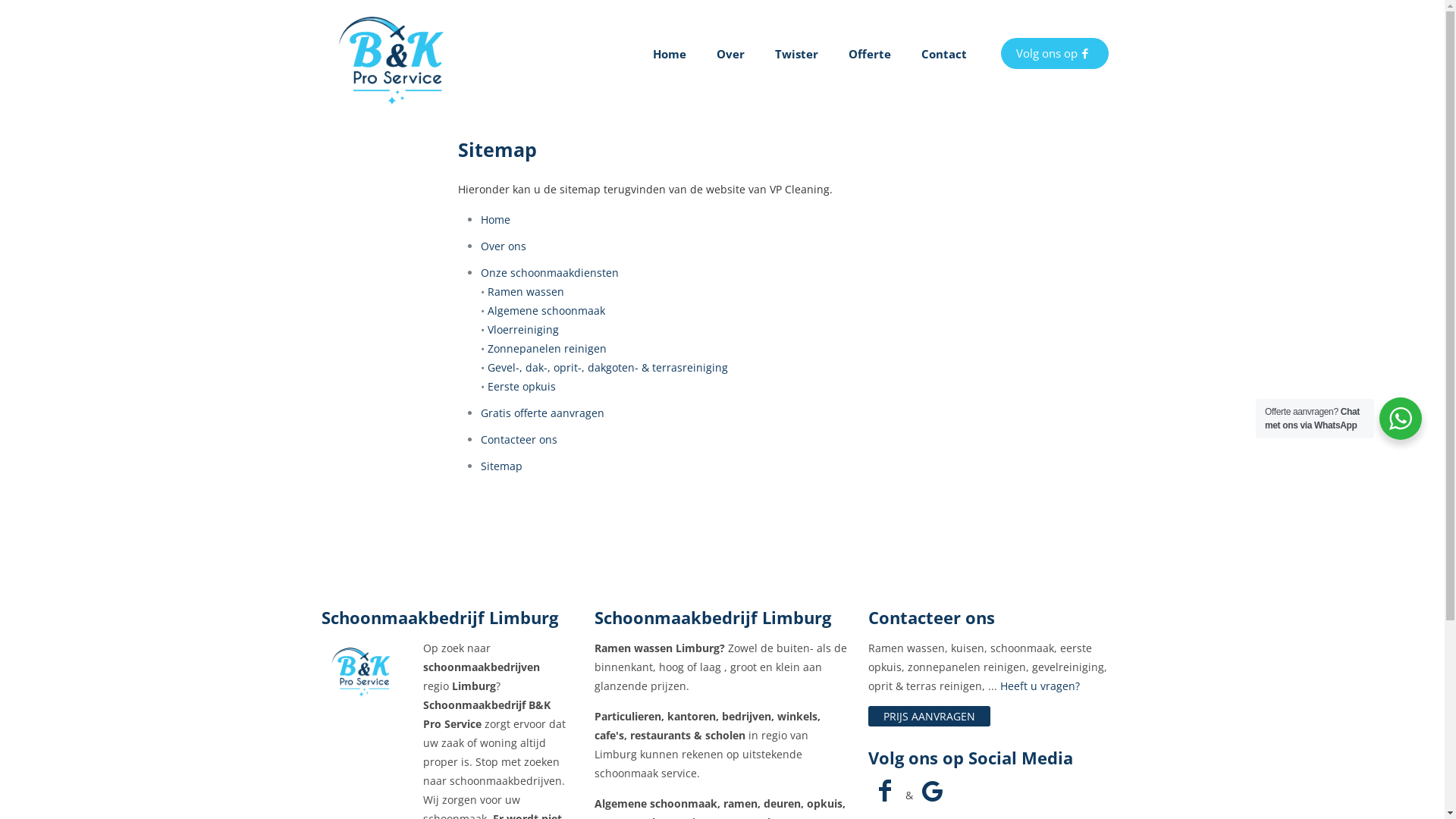  I want to click on 'Volg ons op', so click(1054, 52).